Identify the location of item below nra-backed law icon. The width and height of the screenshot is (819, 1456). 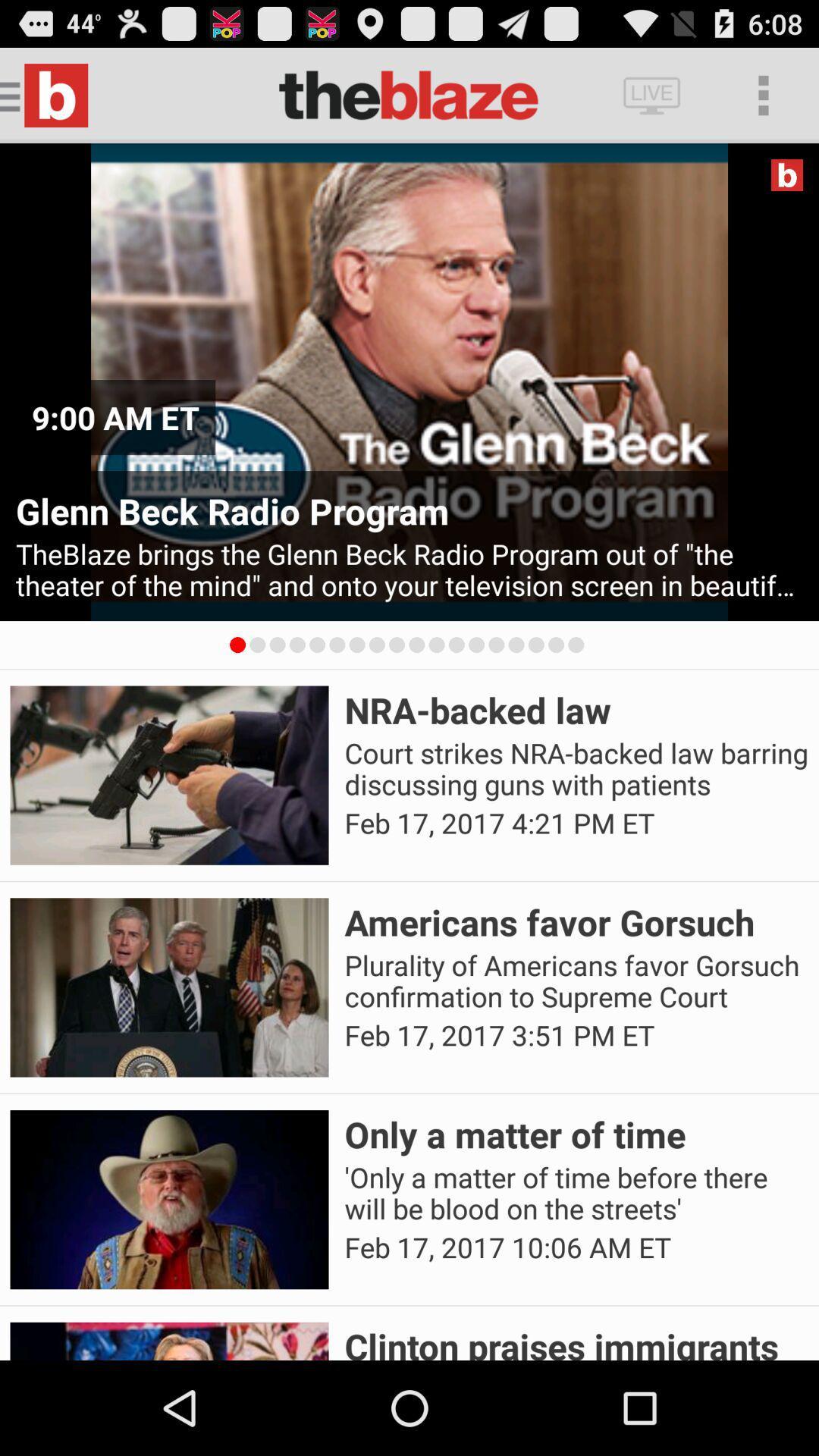
(576, 769).